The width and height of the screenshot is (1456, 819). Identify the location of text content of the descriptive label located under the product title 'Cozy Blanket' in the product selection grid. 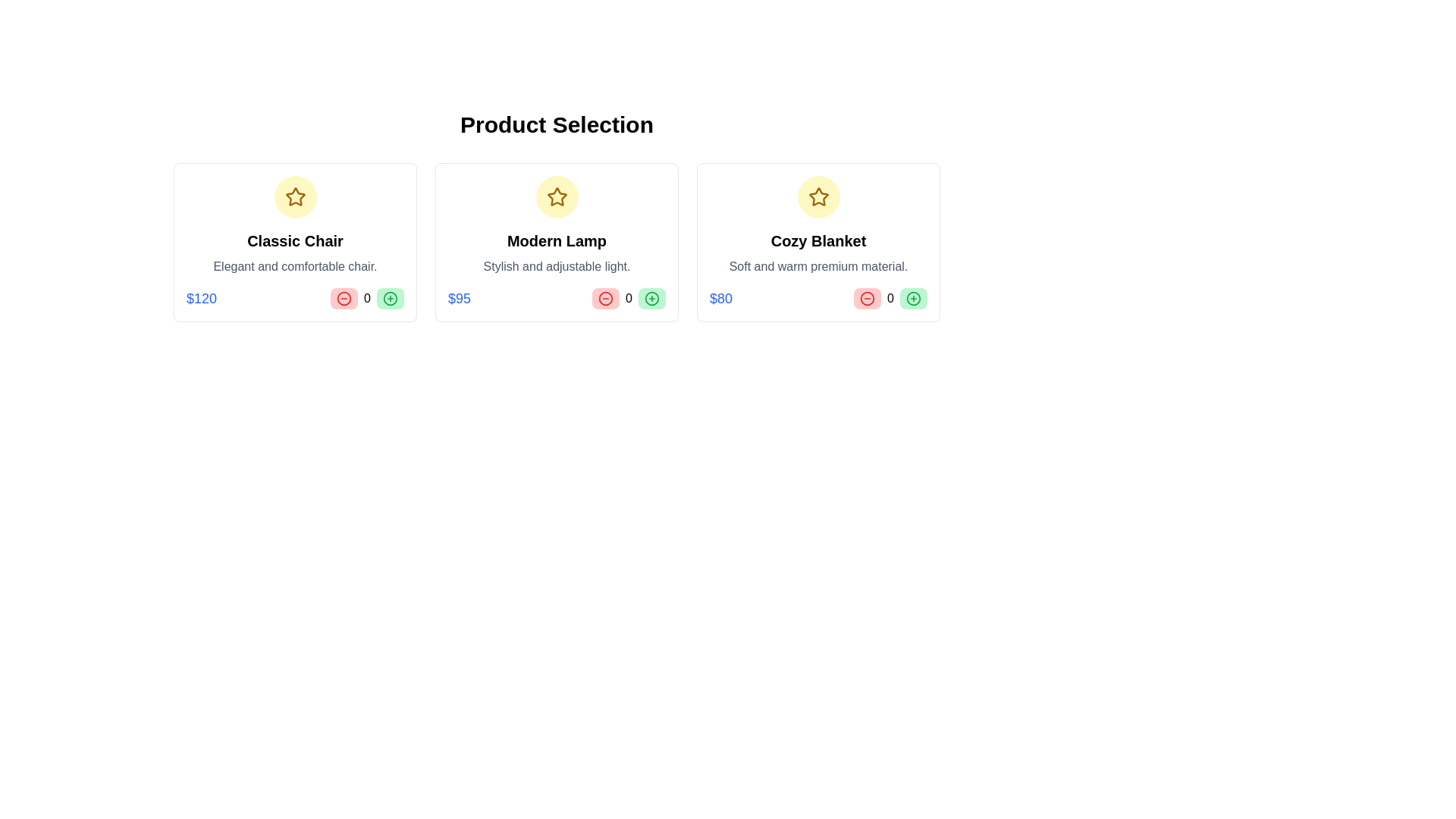
(817, 265).